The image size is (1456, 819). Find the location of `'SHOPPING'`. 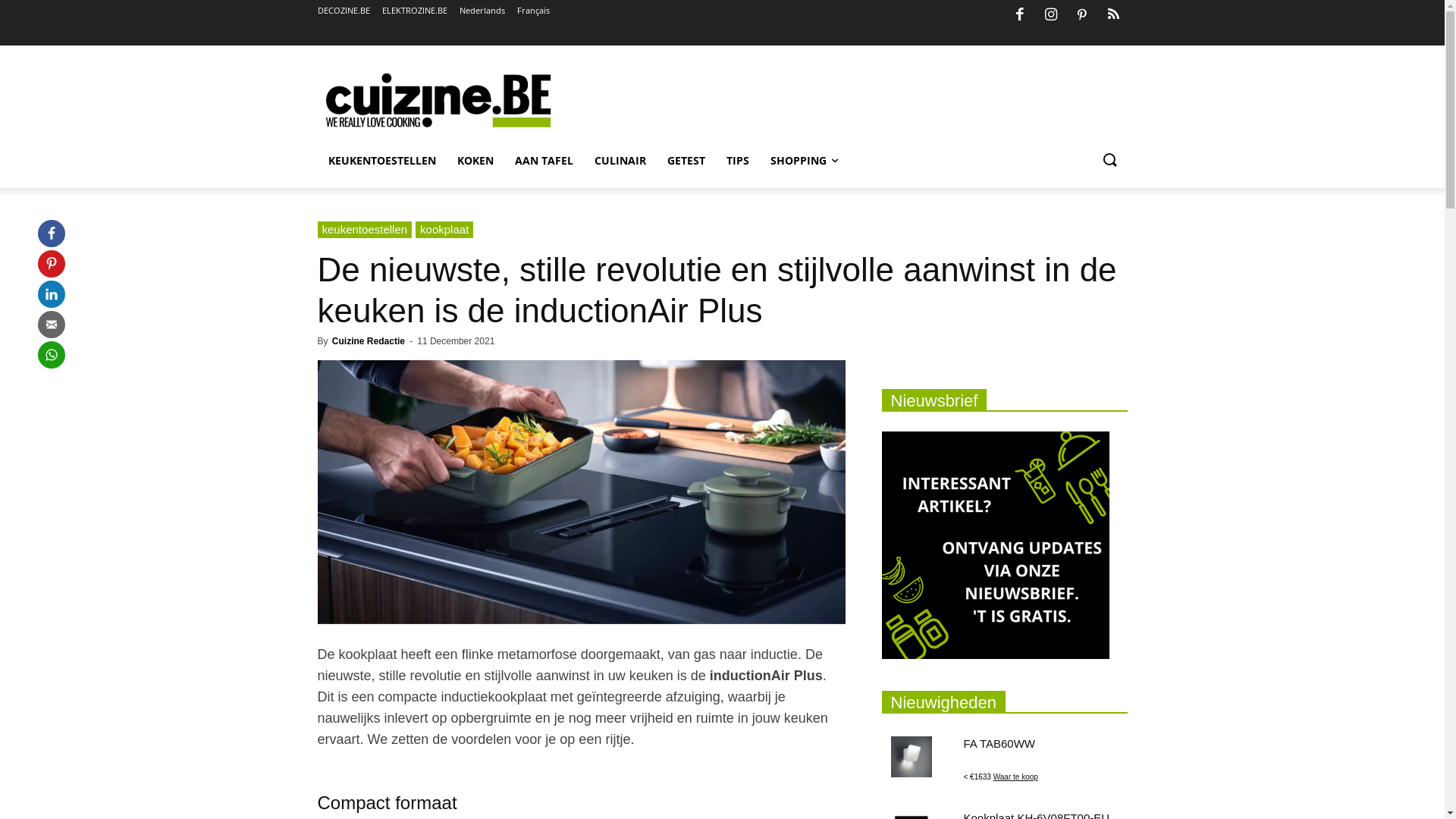

'SHOPPING' is located at coordinates (803, 161).